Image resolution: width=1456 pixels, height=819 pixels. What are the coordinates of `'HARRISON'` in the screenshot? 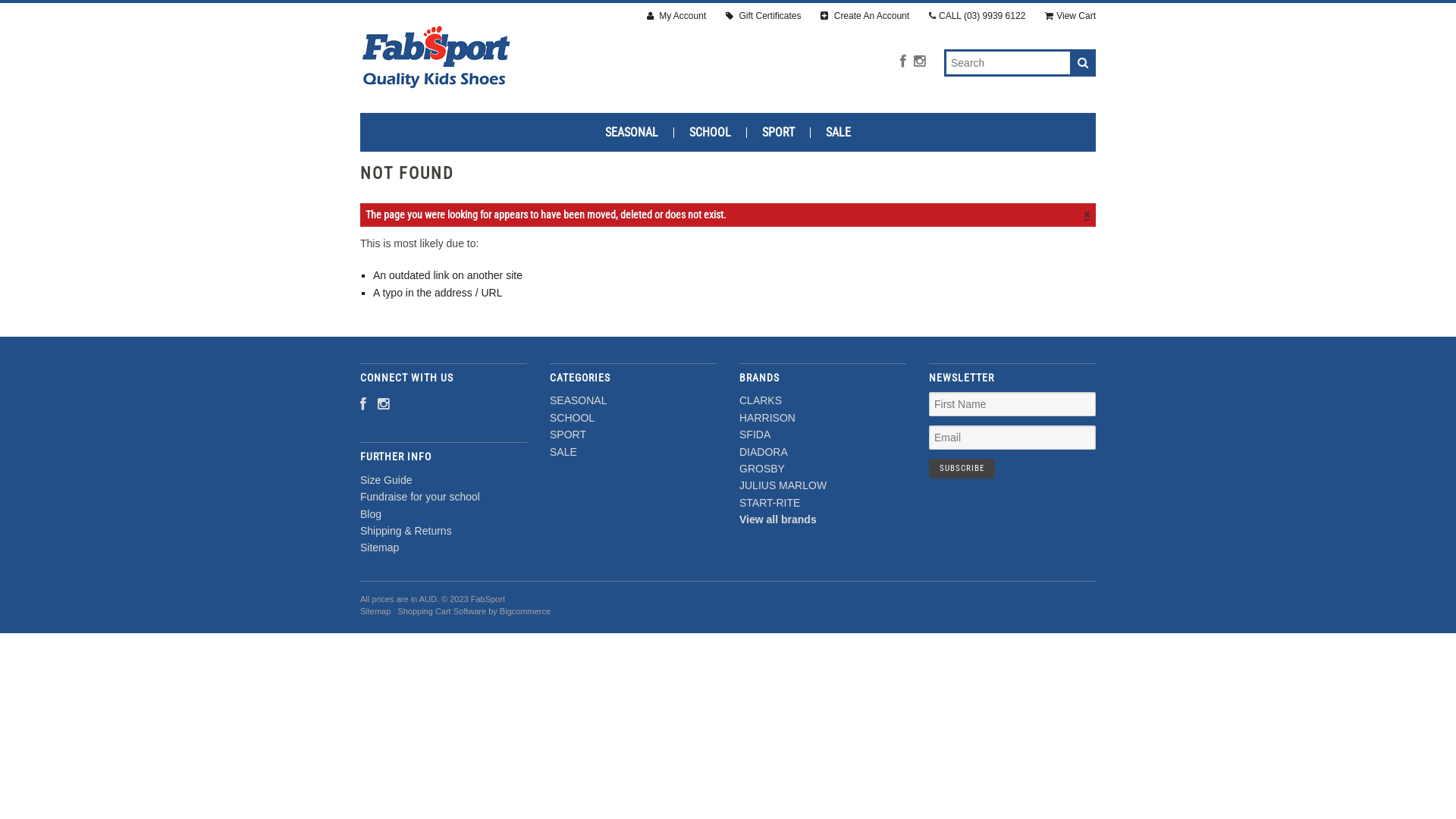 It's located at (739, 418).